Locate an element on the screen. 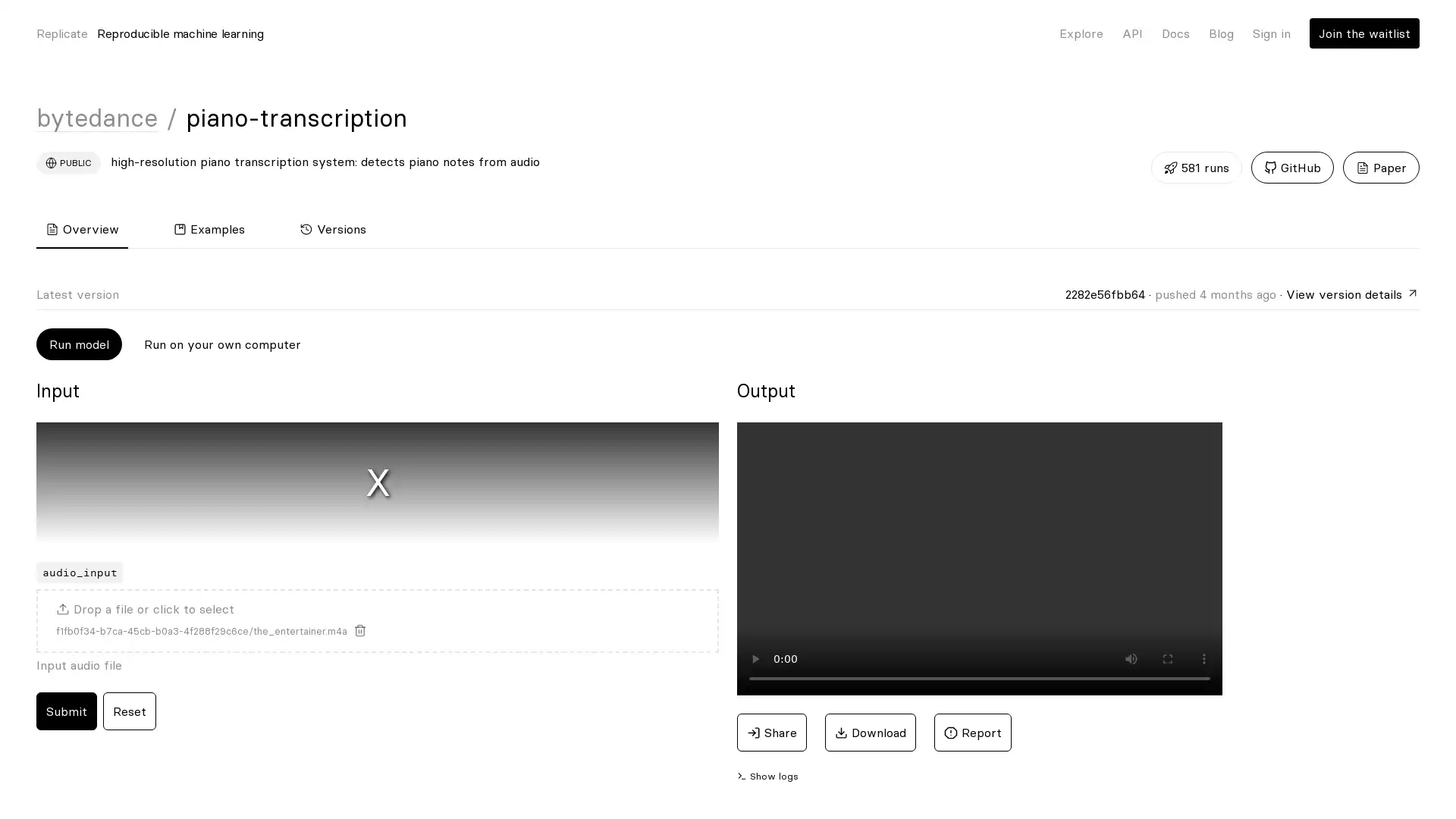 Image resolution: width=1456 pixels, height=819 pixels. Reset is located at coordinates (130, 711).